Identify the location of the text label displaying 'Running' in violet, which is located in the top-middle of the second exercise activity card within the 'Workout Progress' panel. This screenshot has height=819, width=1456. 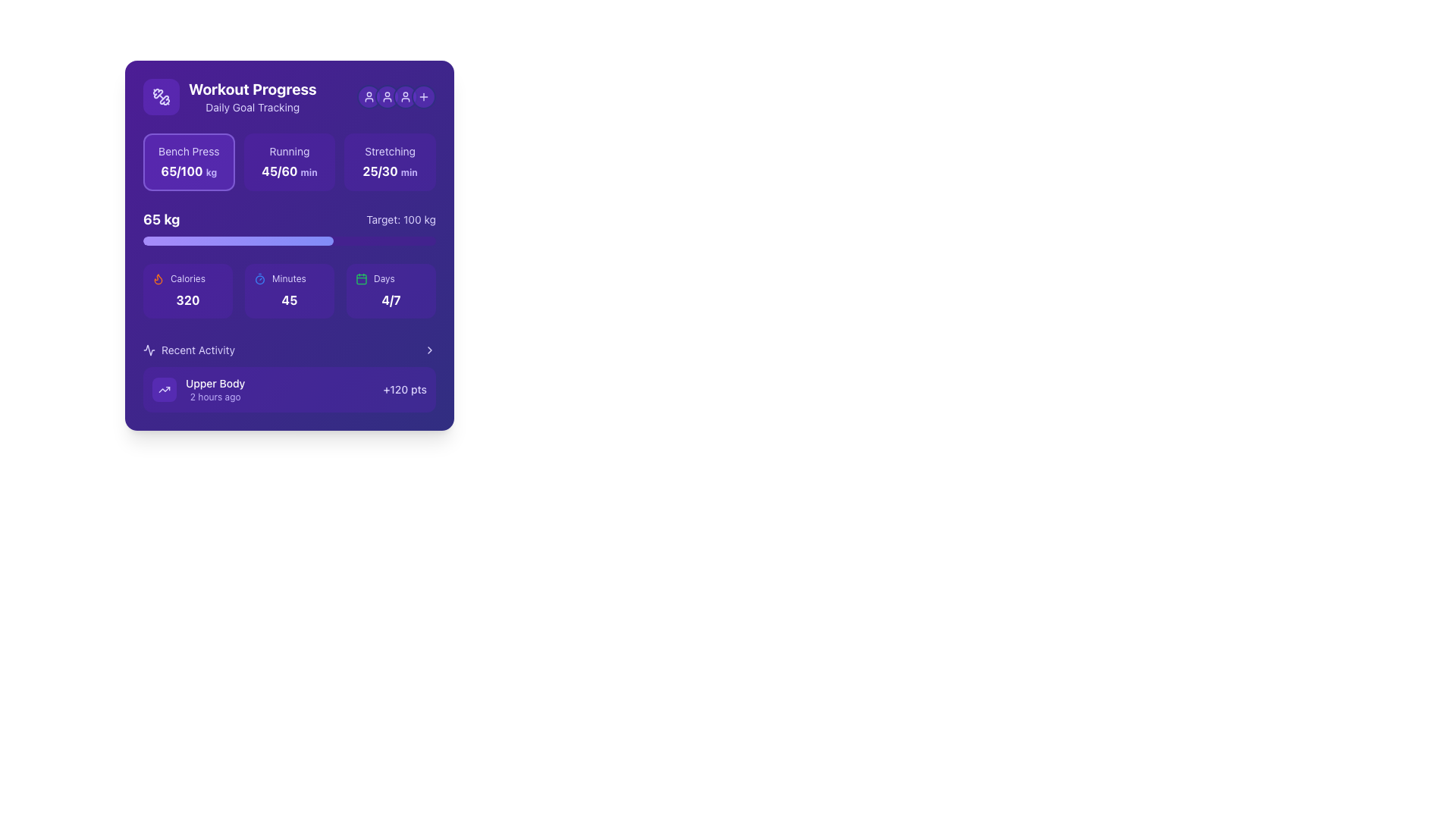
(290, 152).